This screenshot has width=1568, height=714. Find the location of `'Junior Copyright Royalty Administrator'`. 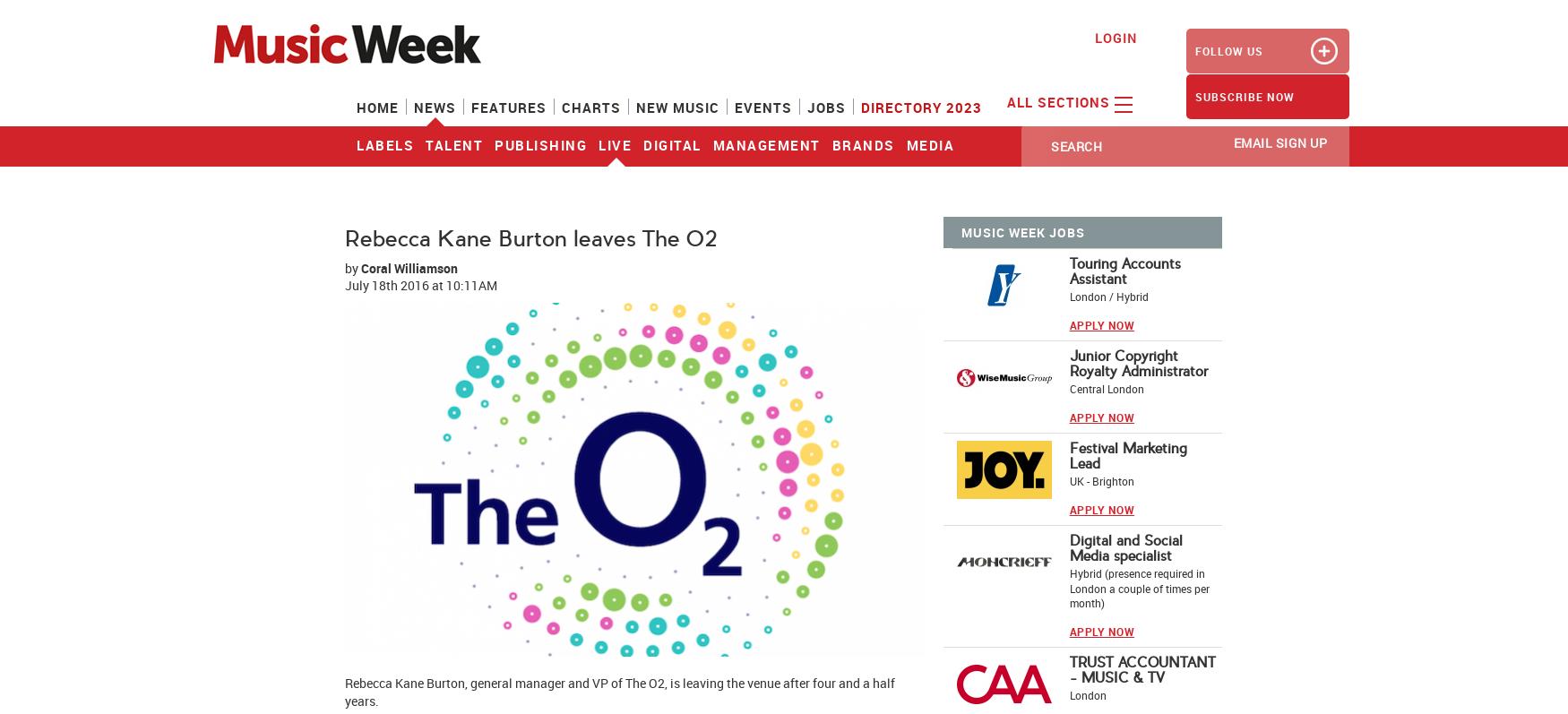

'Junior Copyright Royalty Administrator' is located at coordinates (1136, 363).